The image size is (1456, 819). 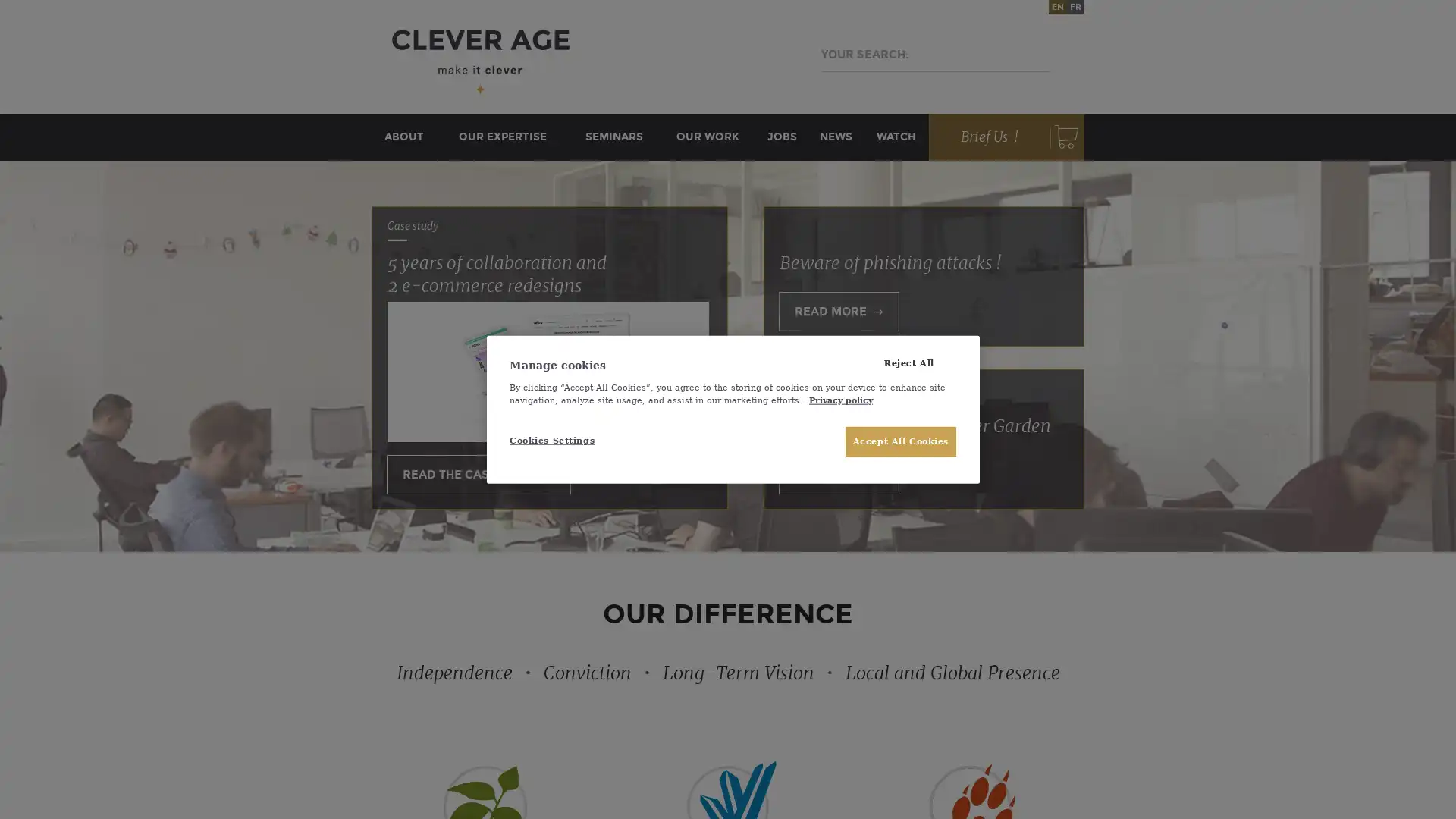 What do you see at coordinates (908, 362) in the screenshot?
I see `Reject All` at bounding box center [908, 362].